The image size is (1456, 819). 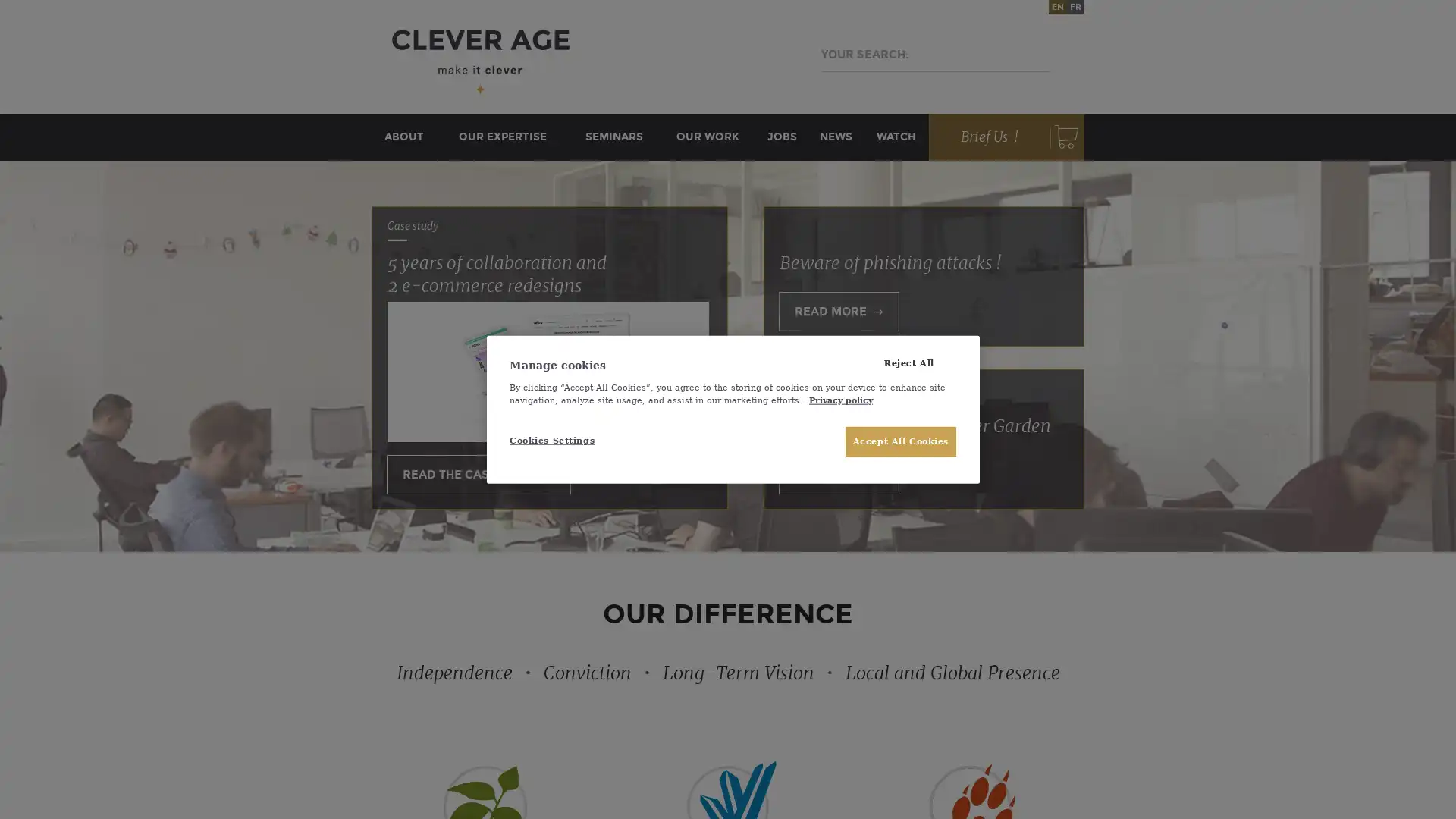 What do you see at coordinates (908, 362) in the screenshot?
I see `Reject All` at bounding box center [908, 362].